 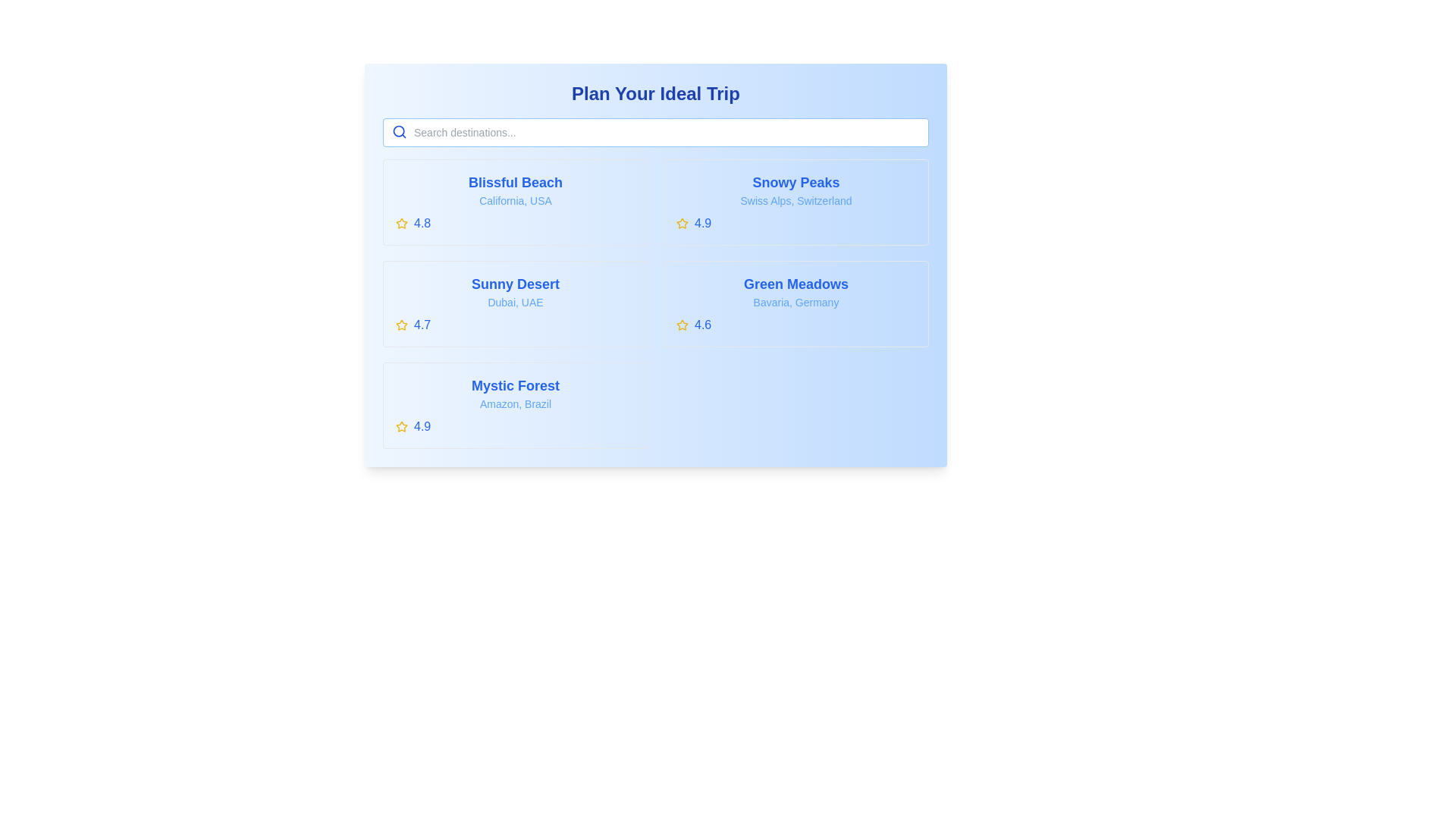 I want to click on numeric rating '4.8' styled in a bold blue font, which is positioned directly to the right of a star icon on the 'Blissful Beach' card, so click(x=422, y=223).